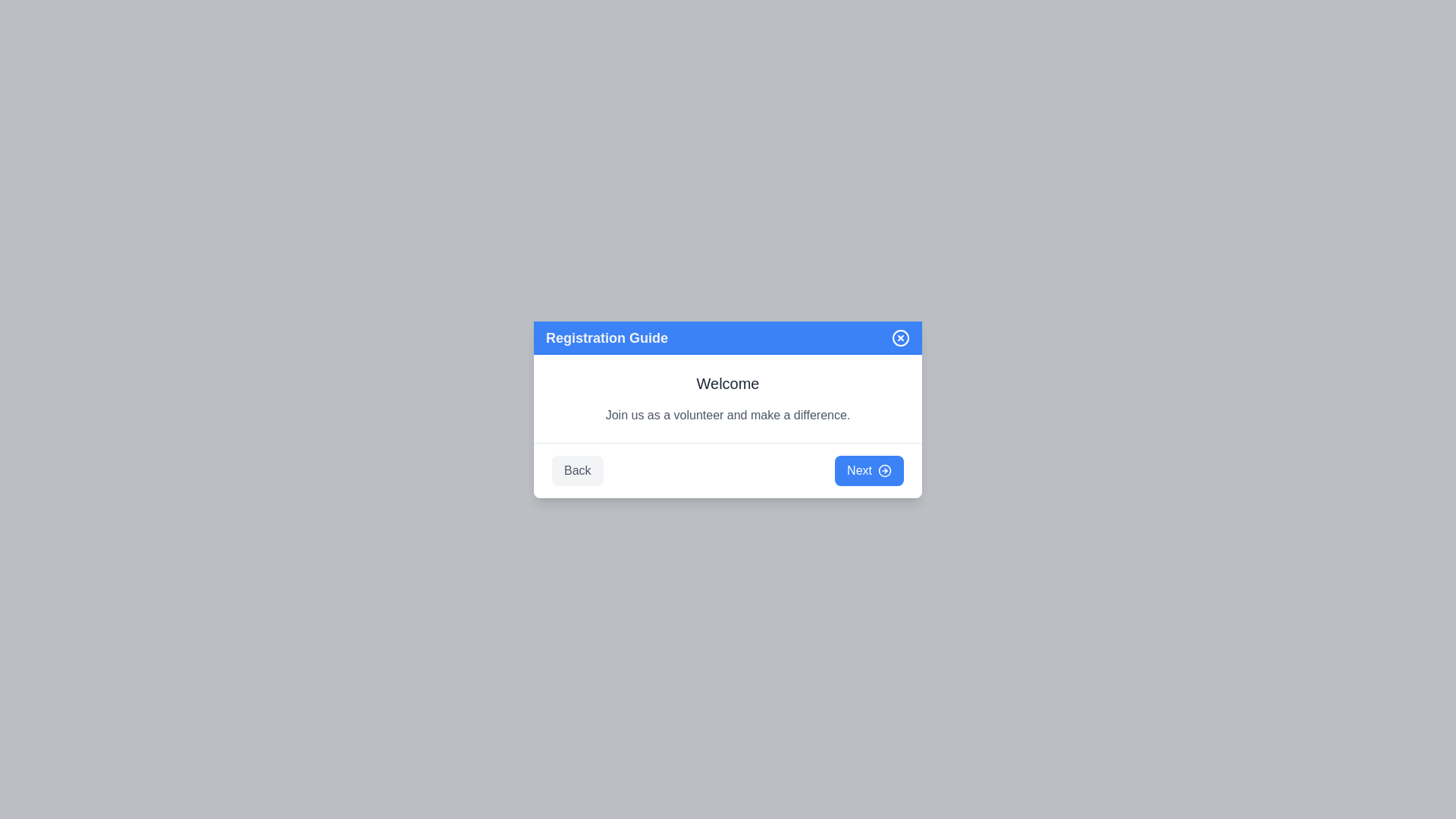 Image resolution: width=1456 pixels, height=819 pixels. What do you see at coordinates (869, 469) in the screenshot?
I see `the 'Next' button` at bounding box center [869, 469].